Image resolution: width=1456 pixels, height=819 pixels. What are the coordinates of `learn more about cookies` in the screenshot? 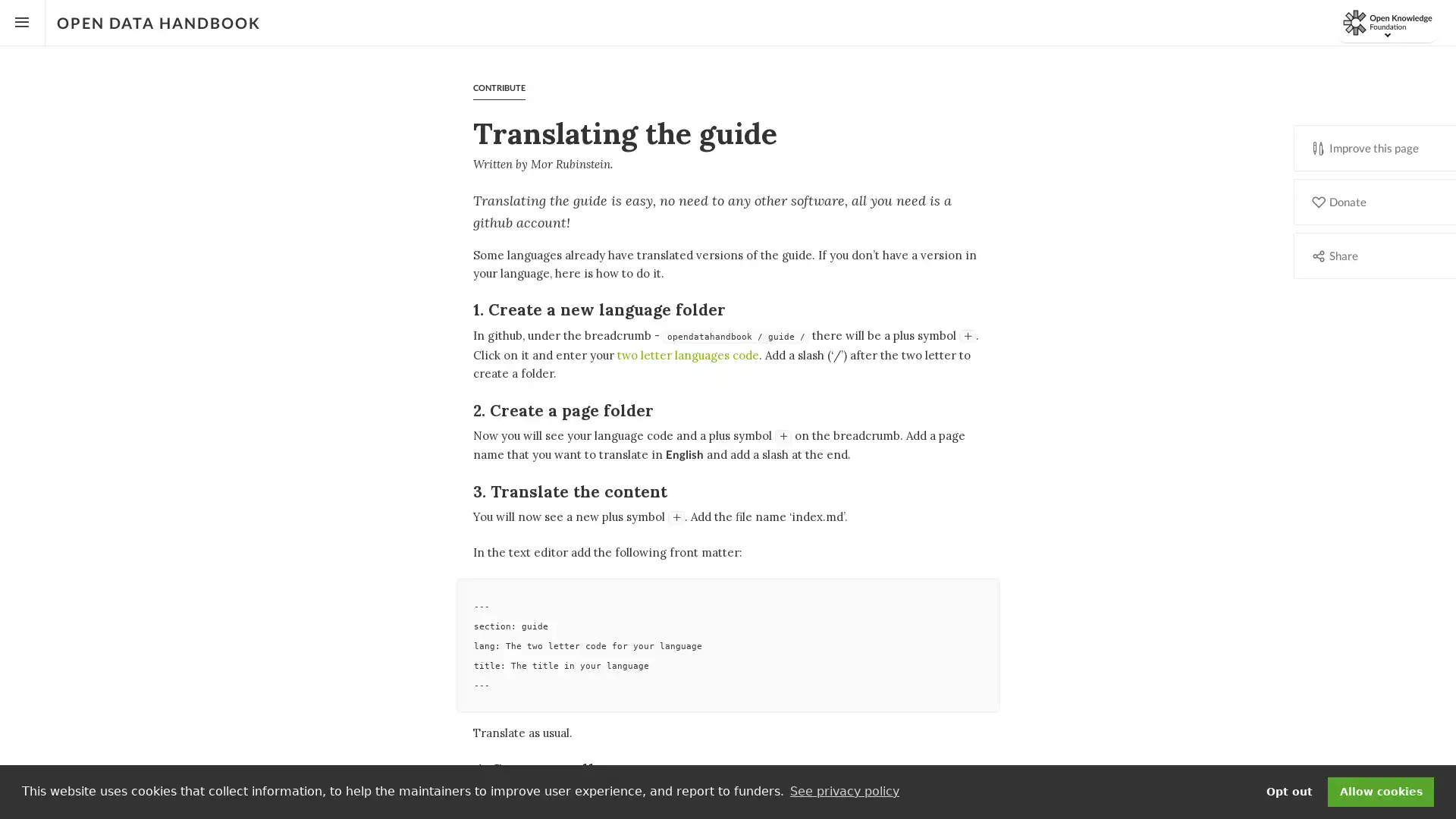 It's located at (843, 791).